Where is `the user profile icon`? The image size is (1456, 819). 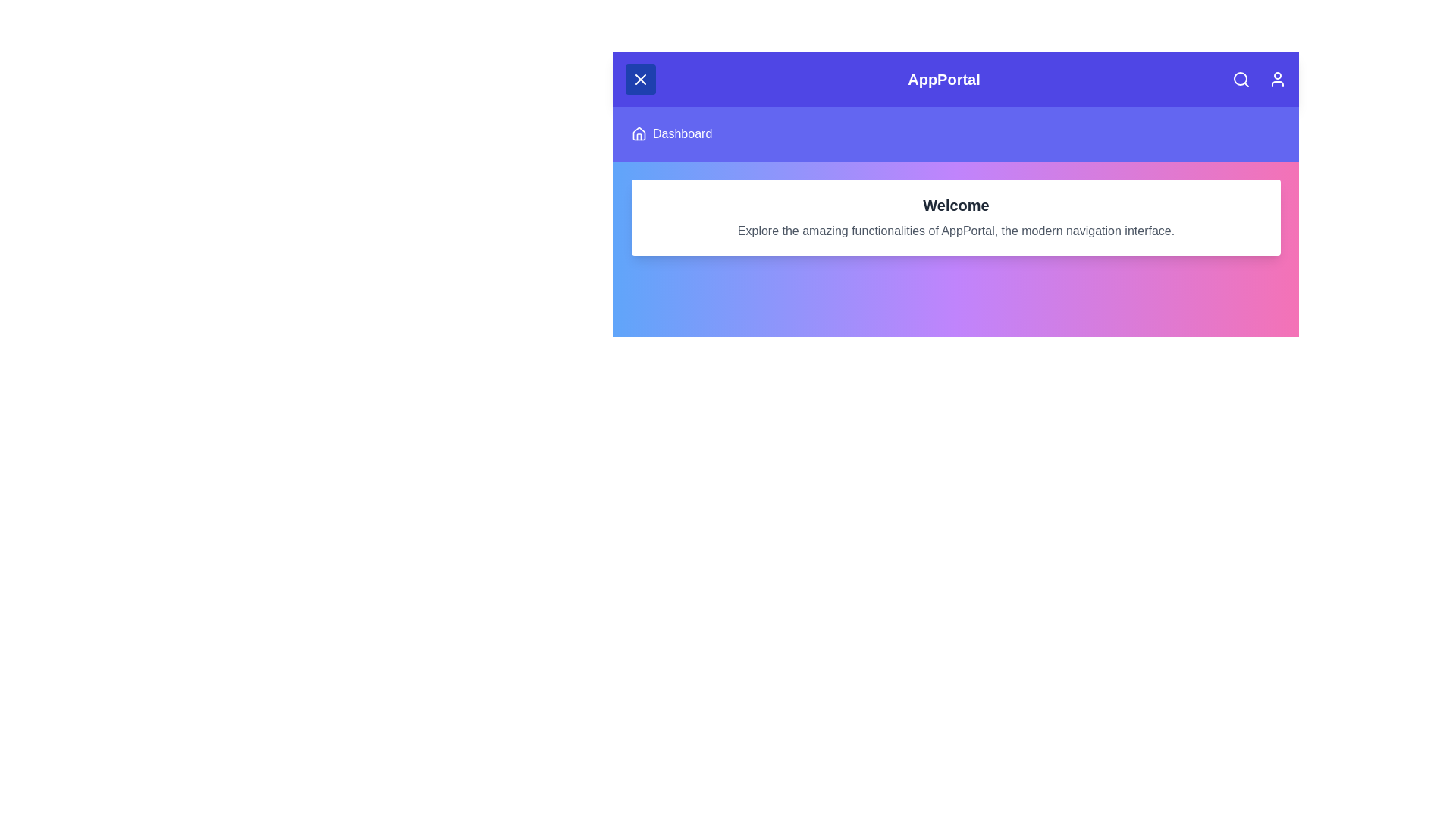 the user profile icon is located at coordinates (1276, 79).